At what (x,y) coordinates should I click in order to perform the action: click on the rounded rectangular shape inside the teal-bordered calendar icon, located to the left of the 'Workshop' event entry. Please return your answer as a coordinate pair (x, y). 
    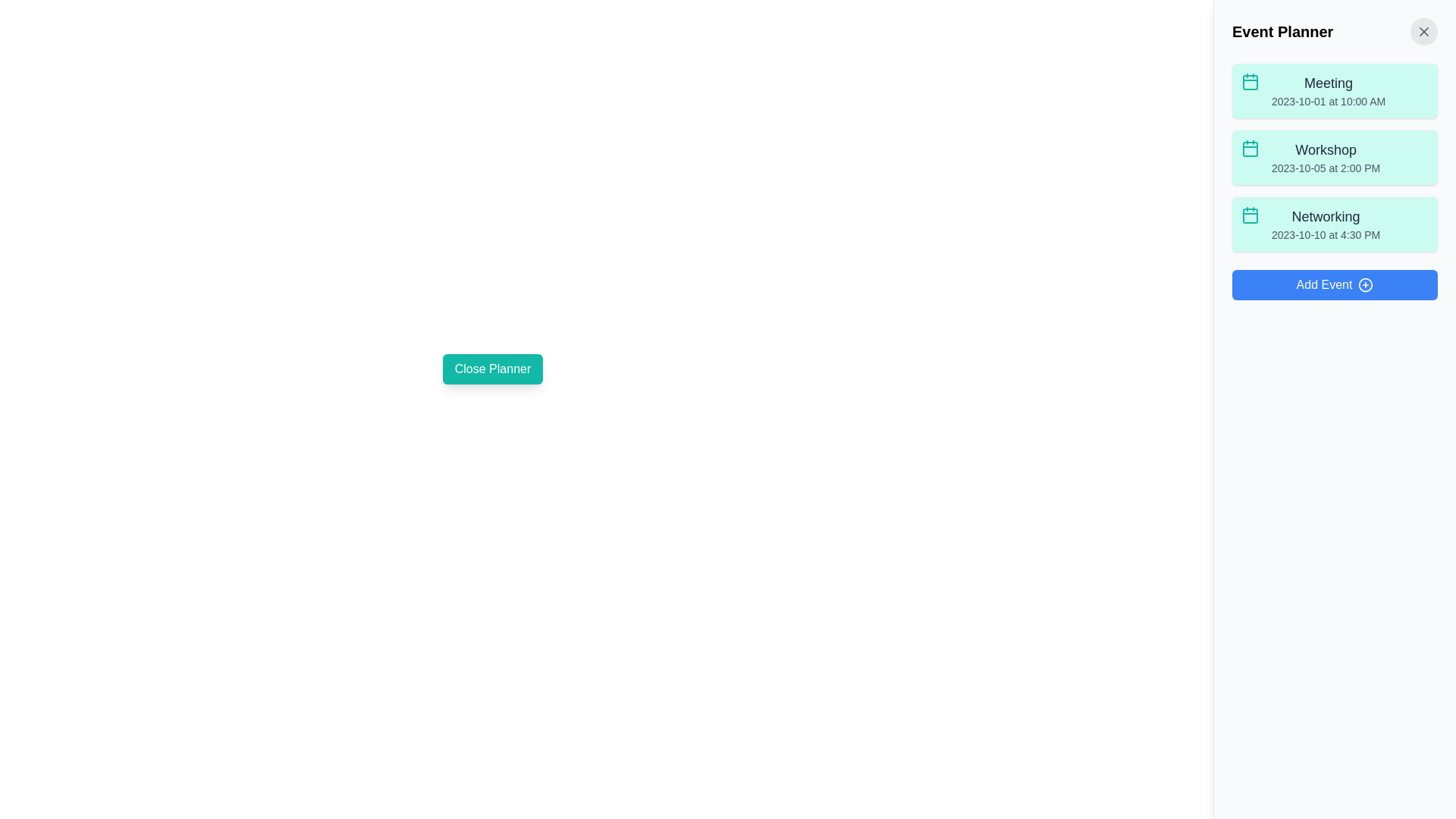
    Looking at the image, I should click on (1250, 149).